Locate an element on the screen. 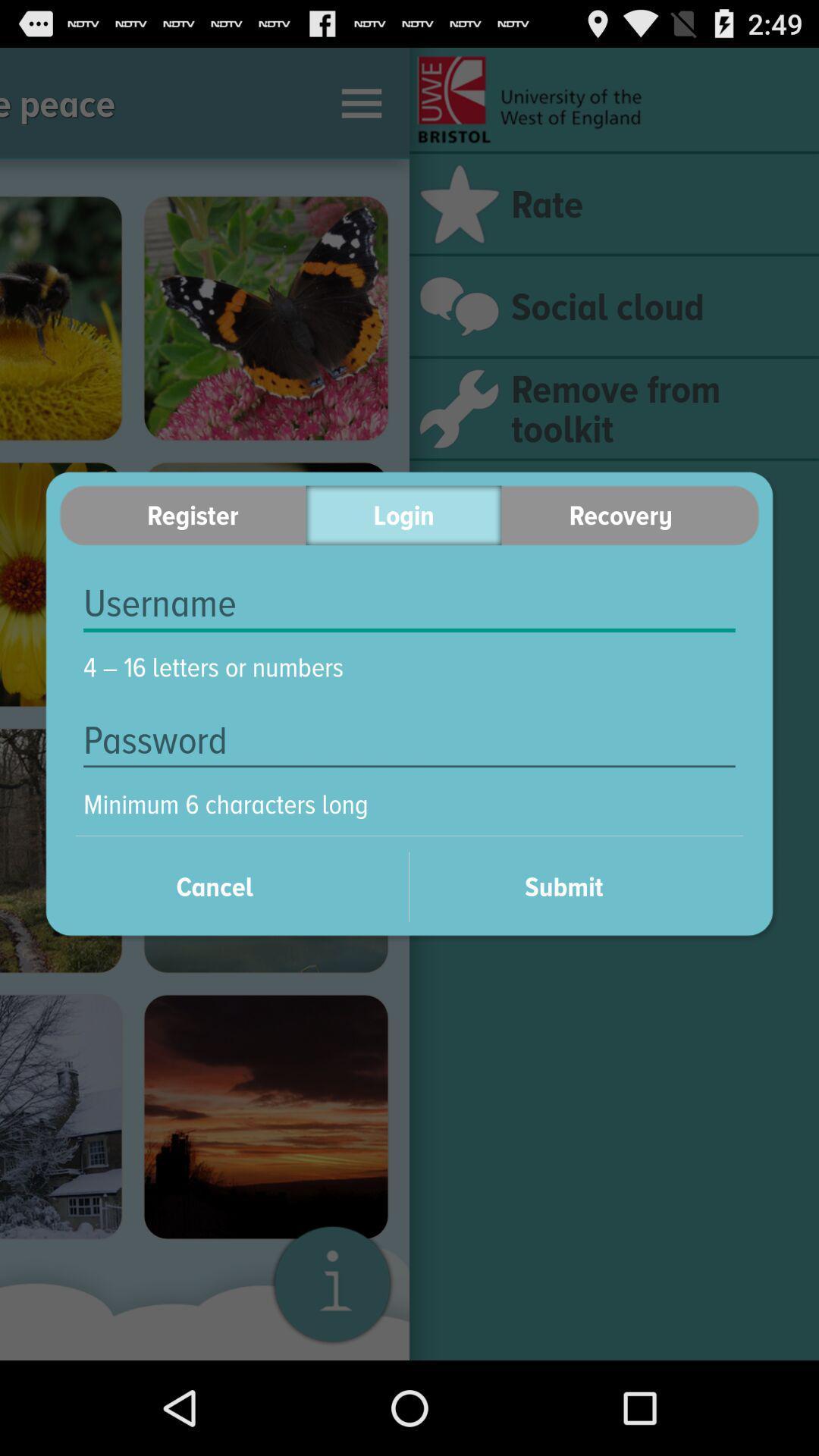 The height and width of the screenshot is (1456, 819). icon to the right of the register is located at coordinates (403, 515).